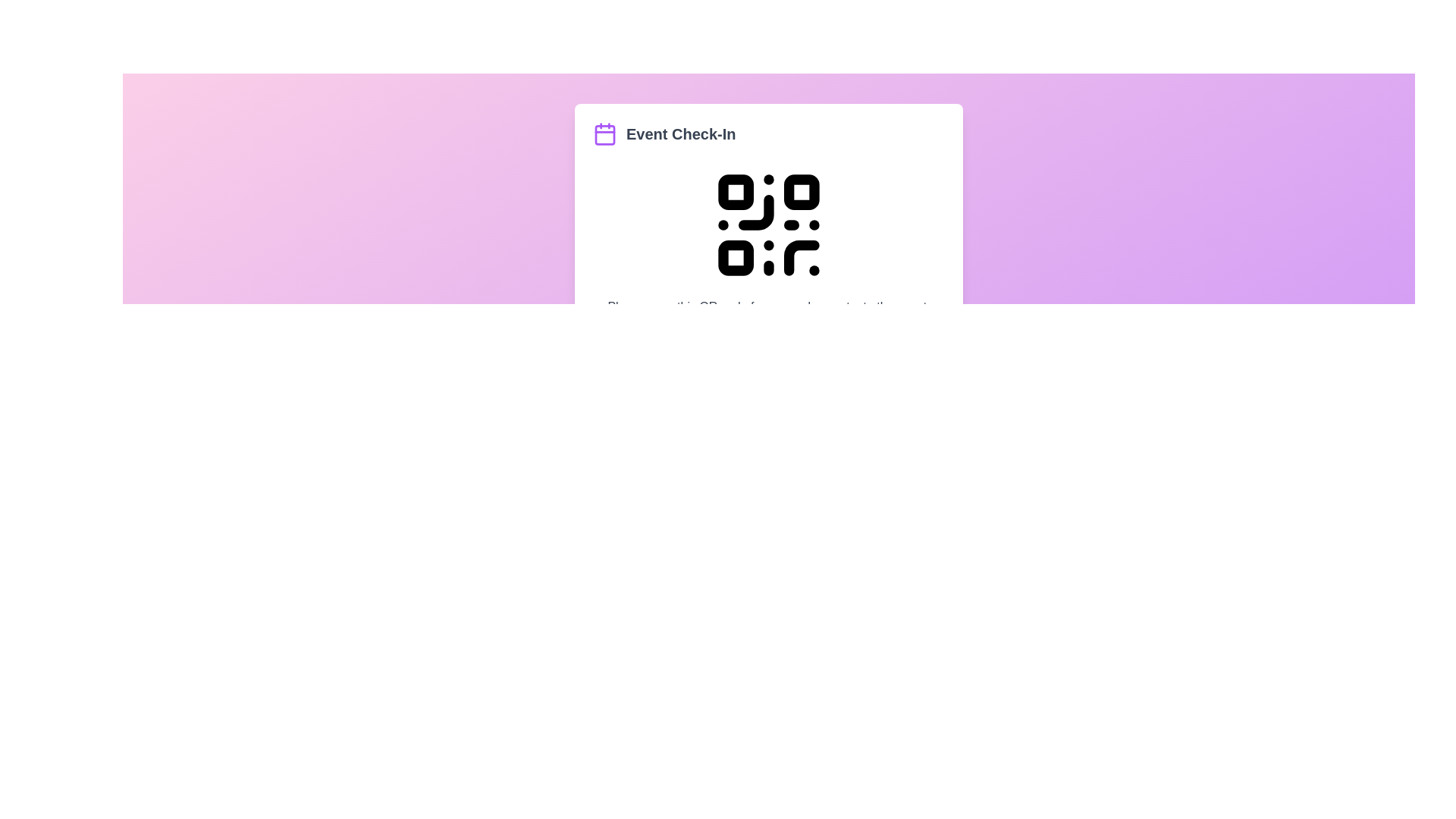 This screenshot has height=819, width=1456. What do you see at coordinates (768, 133) in the screenshot?
I see `the header element that contains a calendar icon and provides context for the section's content` at bounding box center [768, 133].